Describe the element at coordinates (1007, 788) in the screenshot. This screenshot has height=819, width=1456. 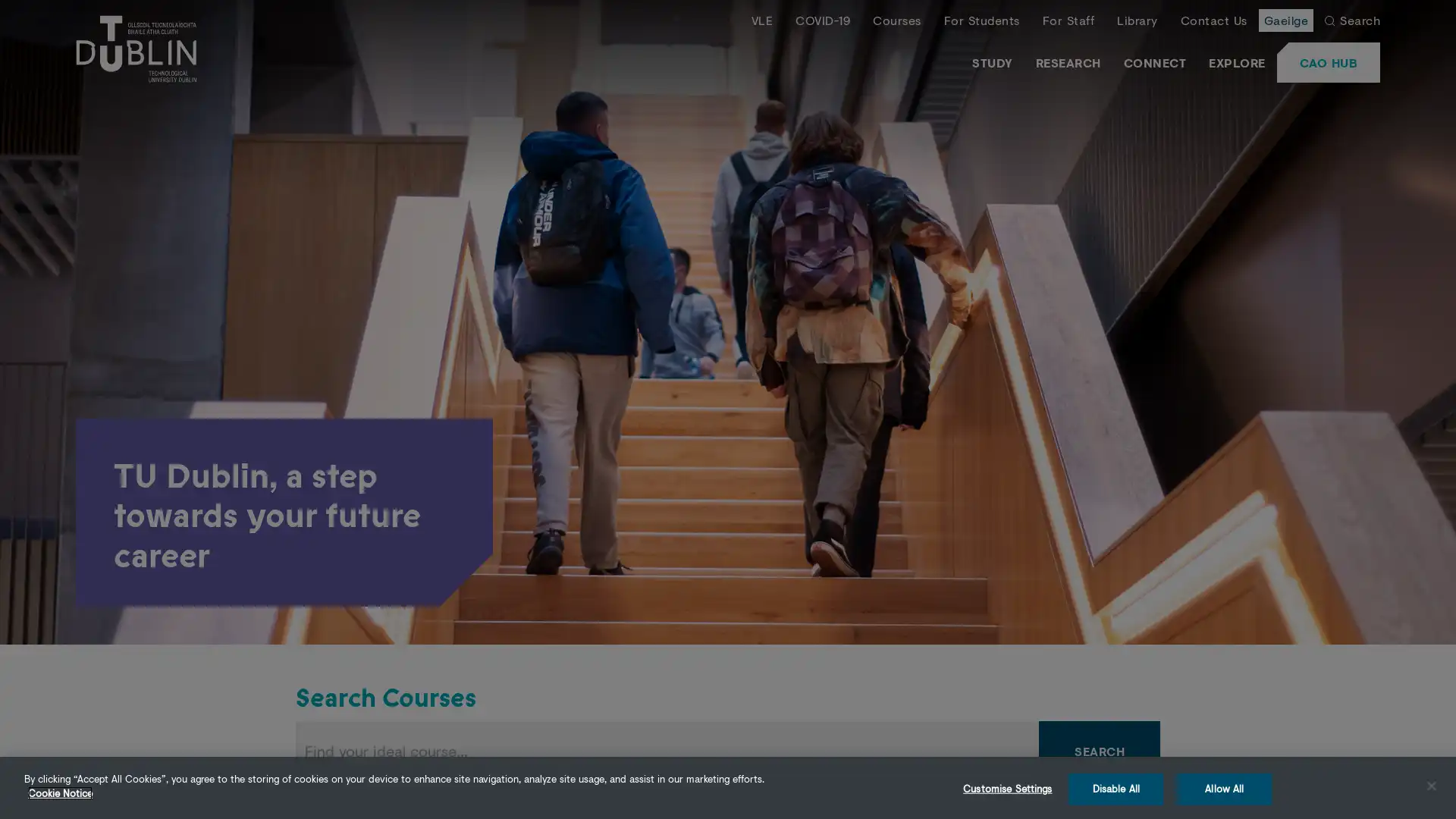
I see `Customise Settings` at that location.